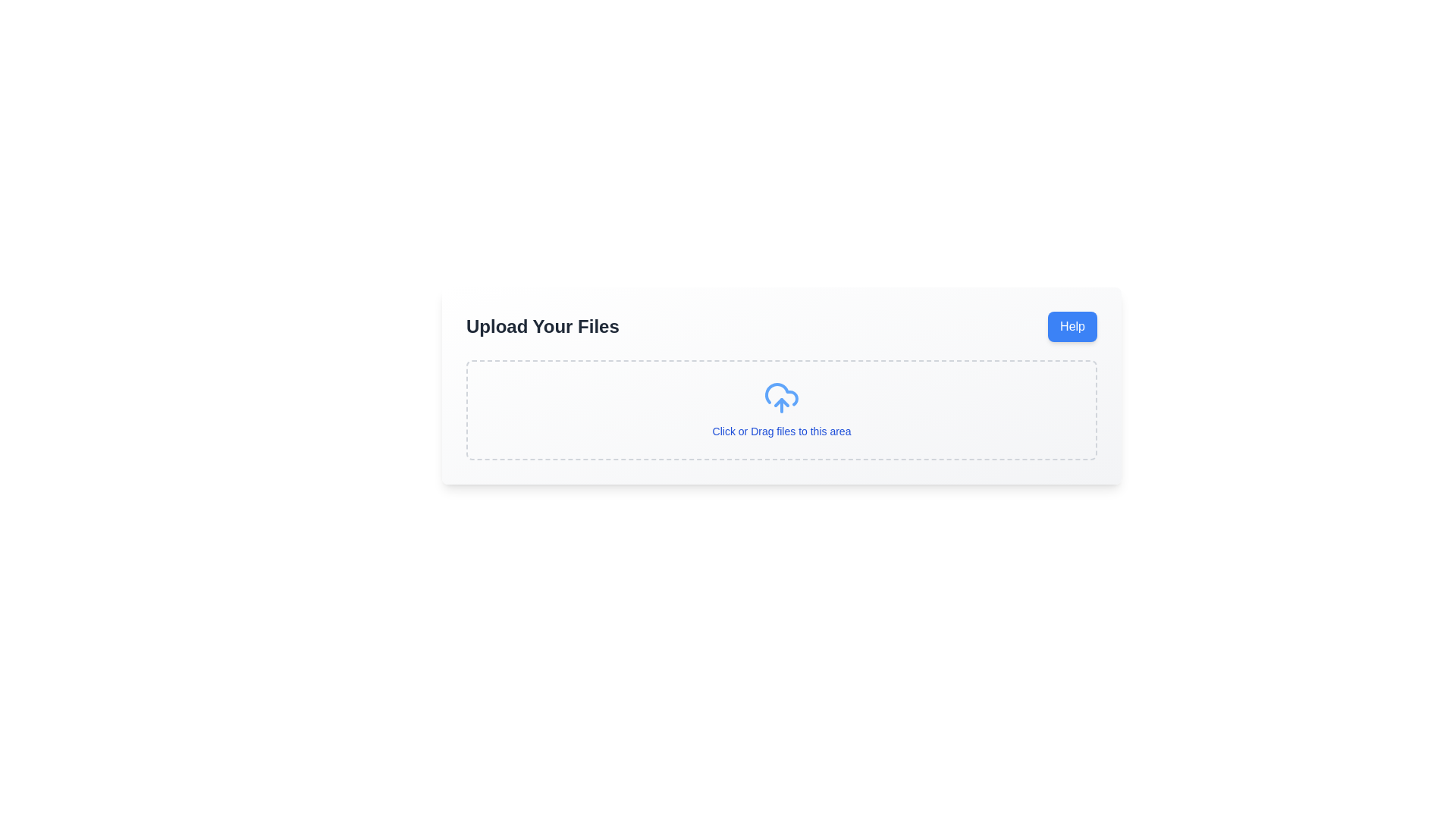 Image resolution: width=1456 pixels, height=819 pixels. I want to click on the File upload area, which is a rectangular area with a dashed border, rounded corners, and a blue cloud upload icon in the center, along with the text 'Click or Drag files to this area' below the icon, so click(782, 409).